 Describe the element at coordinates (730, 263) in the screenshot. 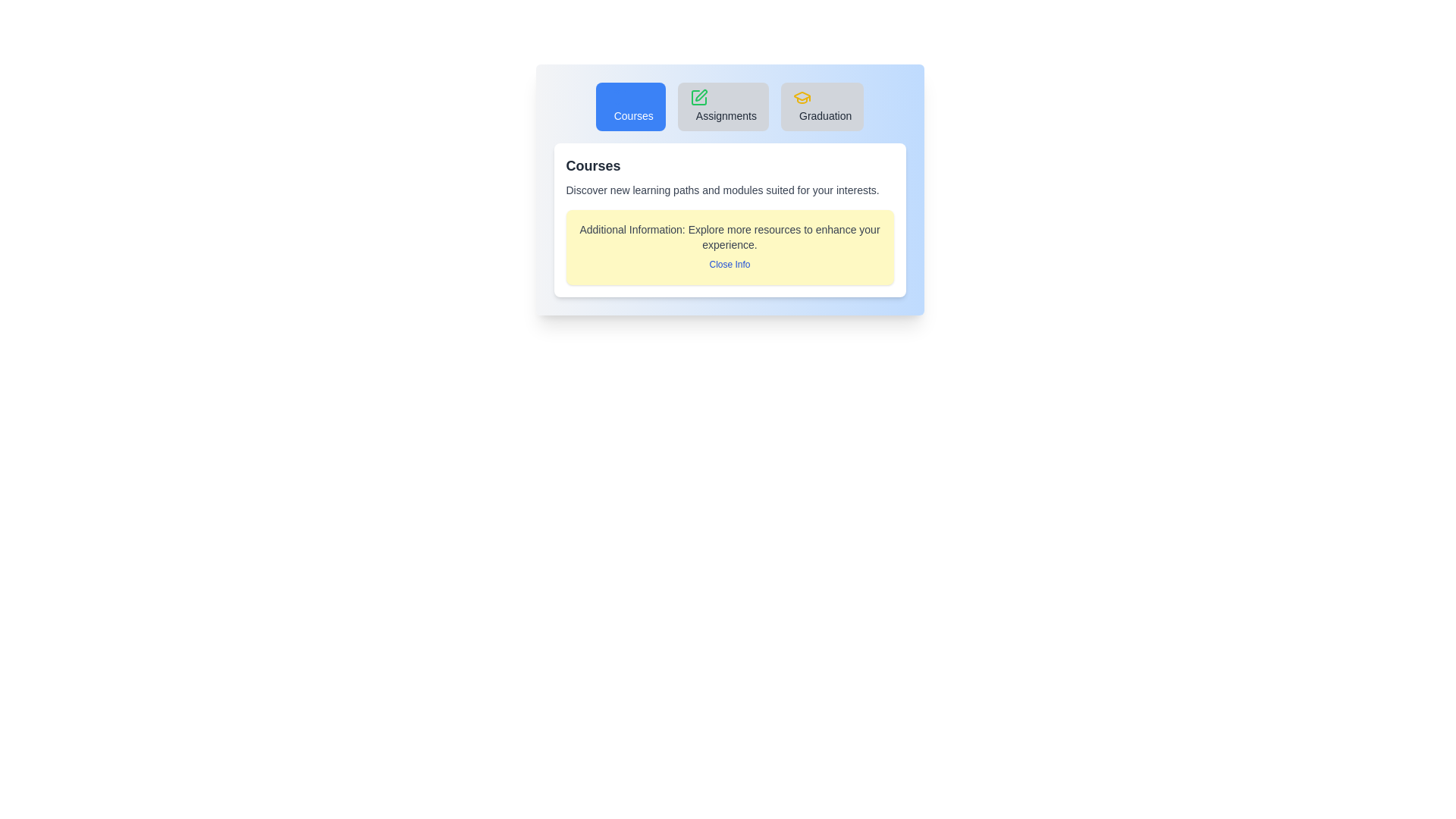

I see `'Close Info' button` at that location.